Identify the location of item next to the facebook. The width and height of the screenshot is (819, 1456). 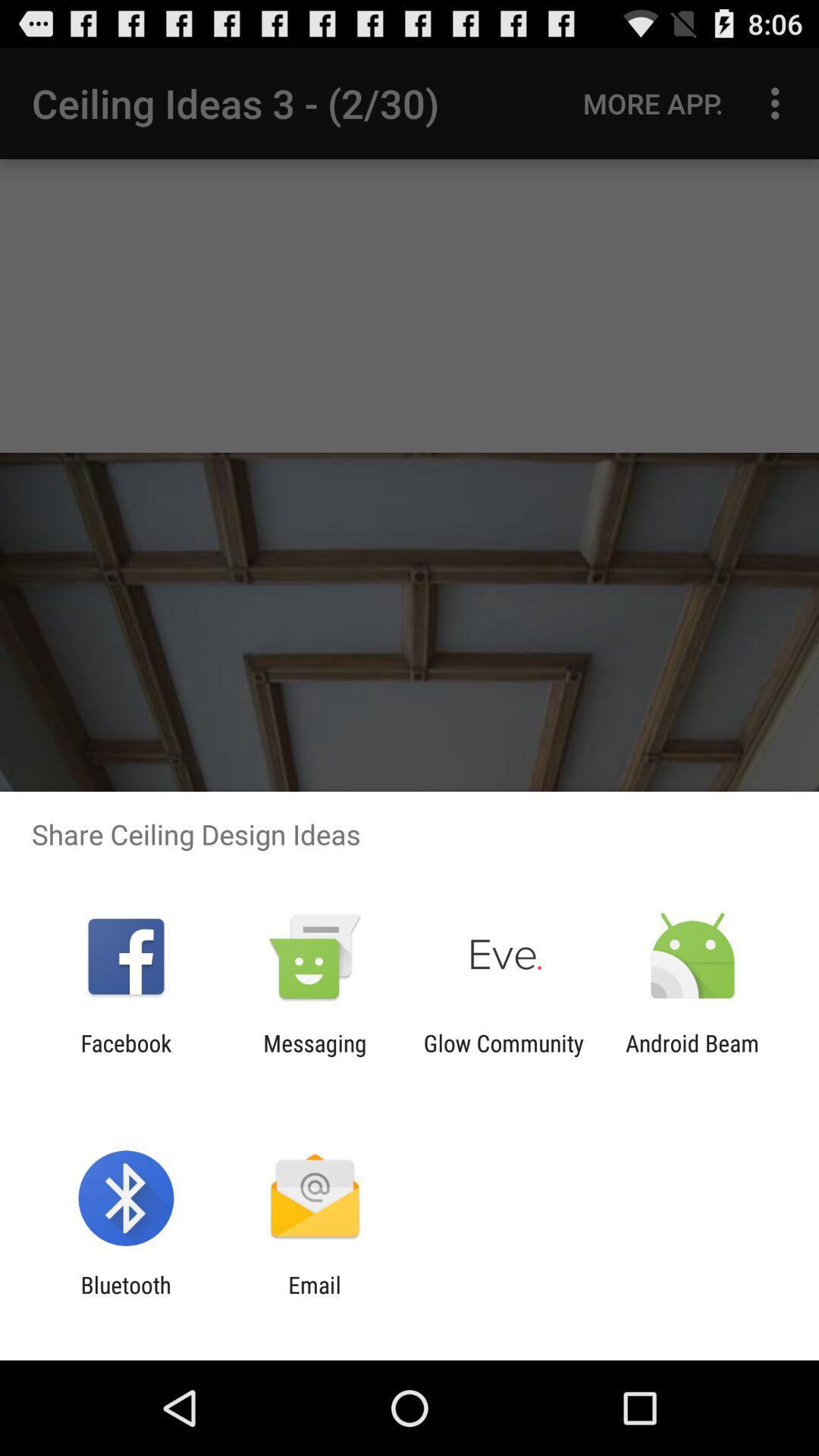
(314, 1056).